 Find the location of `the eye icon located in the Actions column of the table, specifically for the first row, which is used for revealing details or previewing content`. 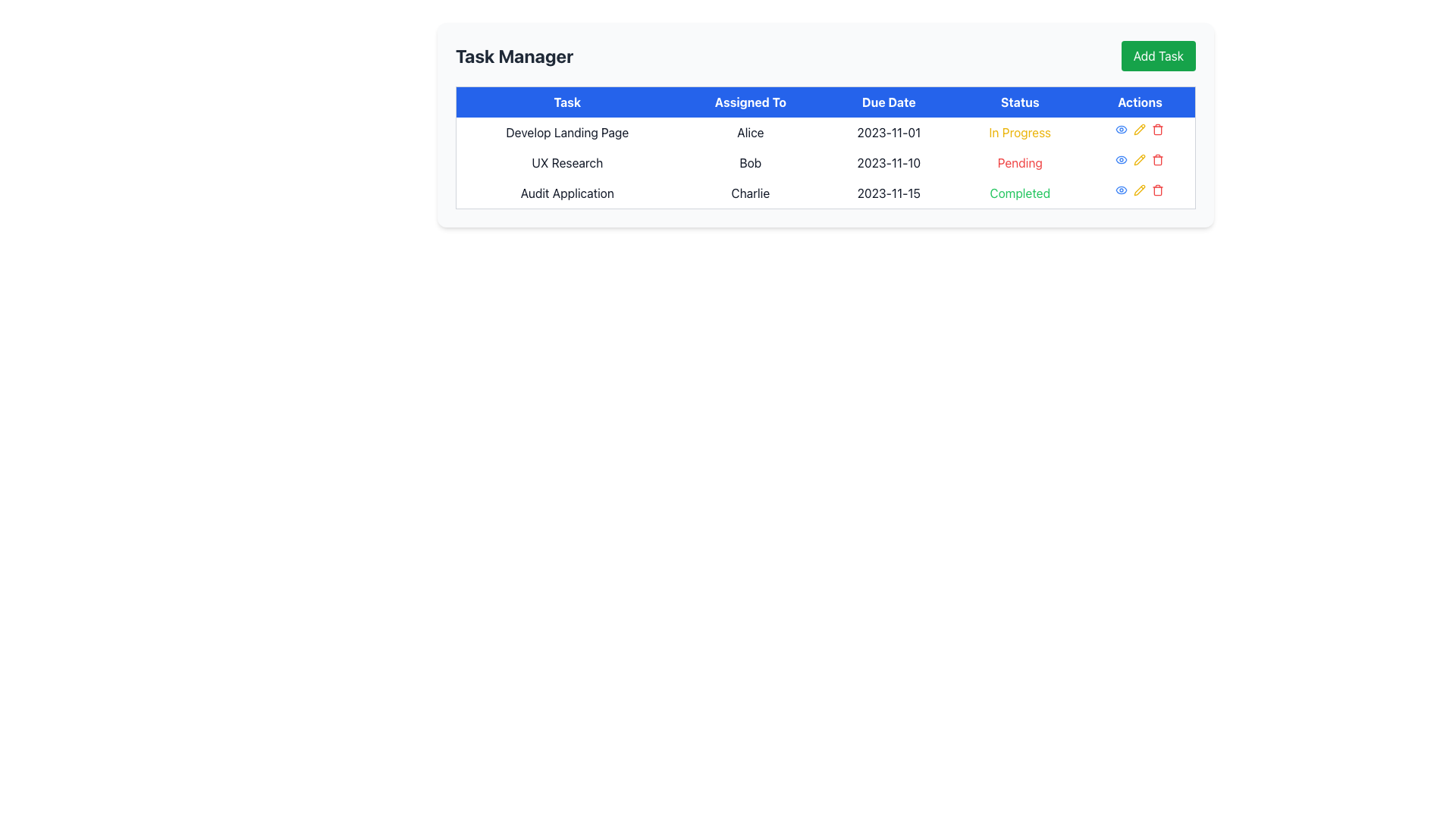

the eye icon located in the Actions column of the table, specifically for the first row, which is used for revealing details or previewing content is located at coordinates (1122, 160).